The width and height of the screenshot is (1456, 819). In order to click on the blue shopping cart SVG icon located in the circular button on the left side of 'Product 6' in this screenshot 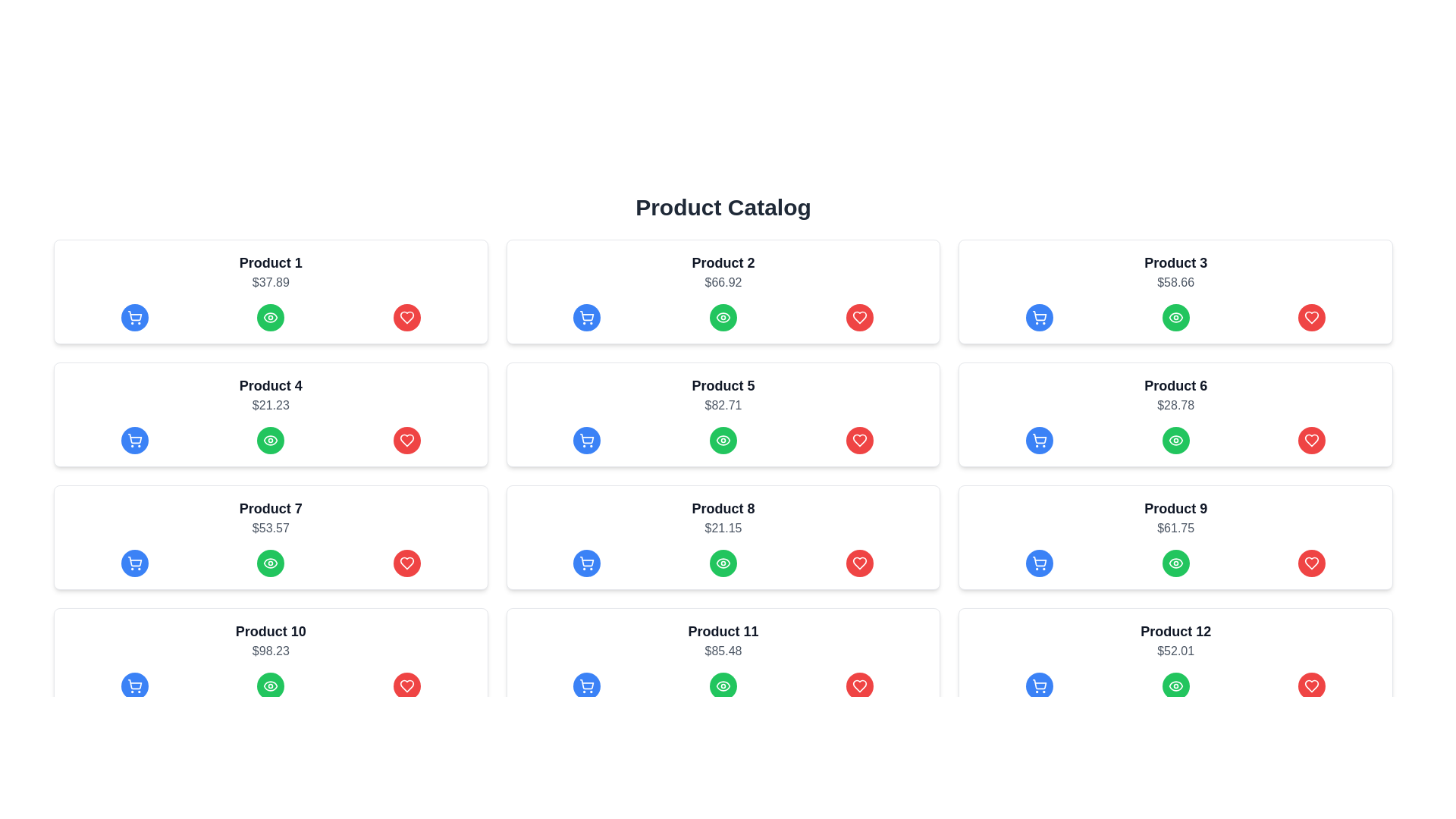, I will do `click(1039, 441)`.